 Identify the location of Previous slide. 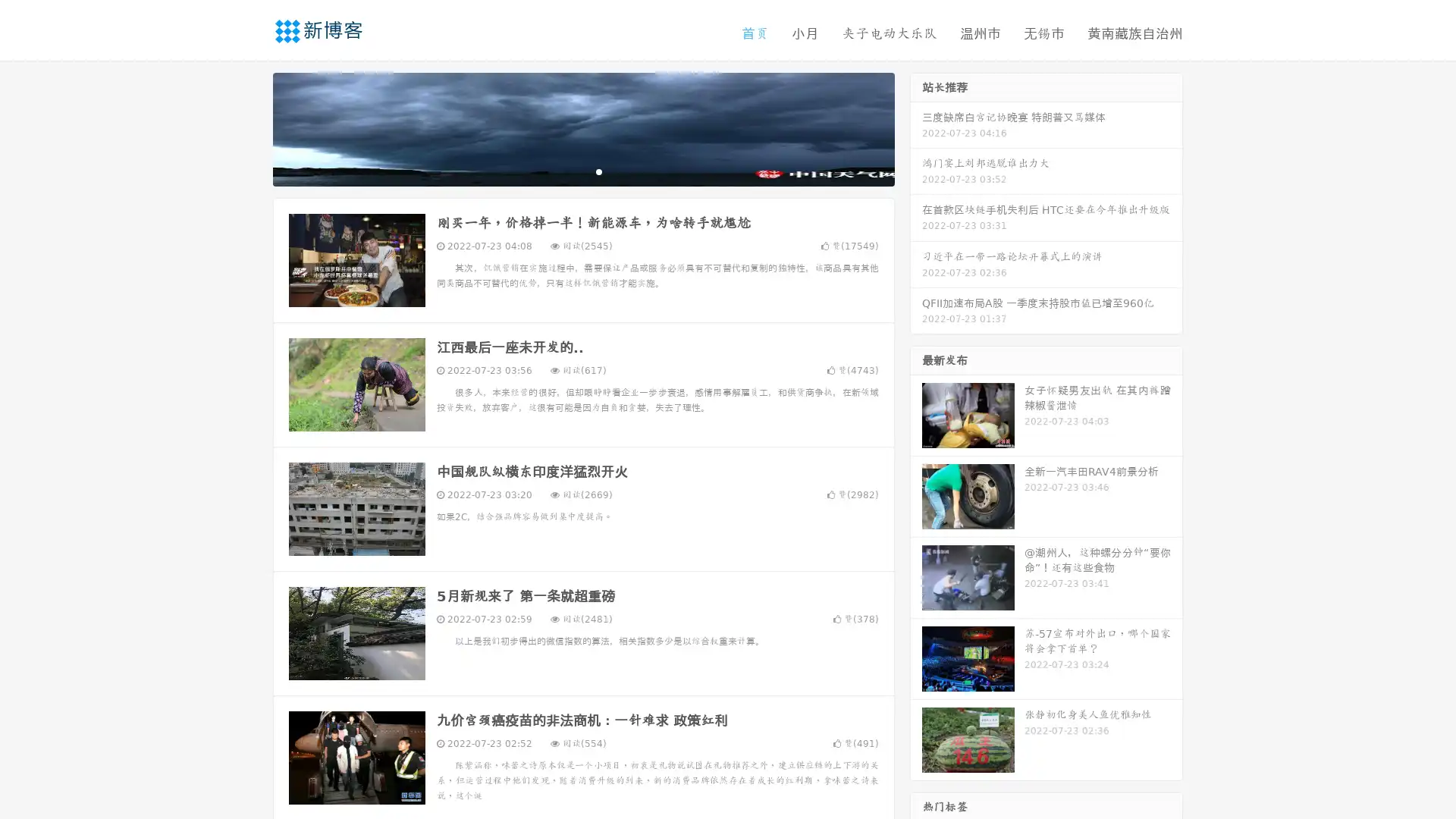
(250, 127).